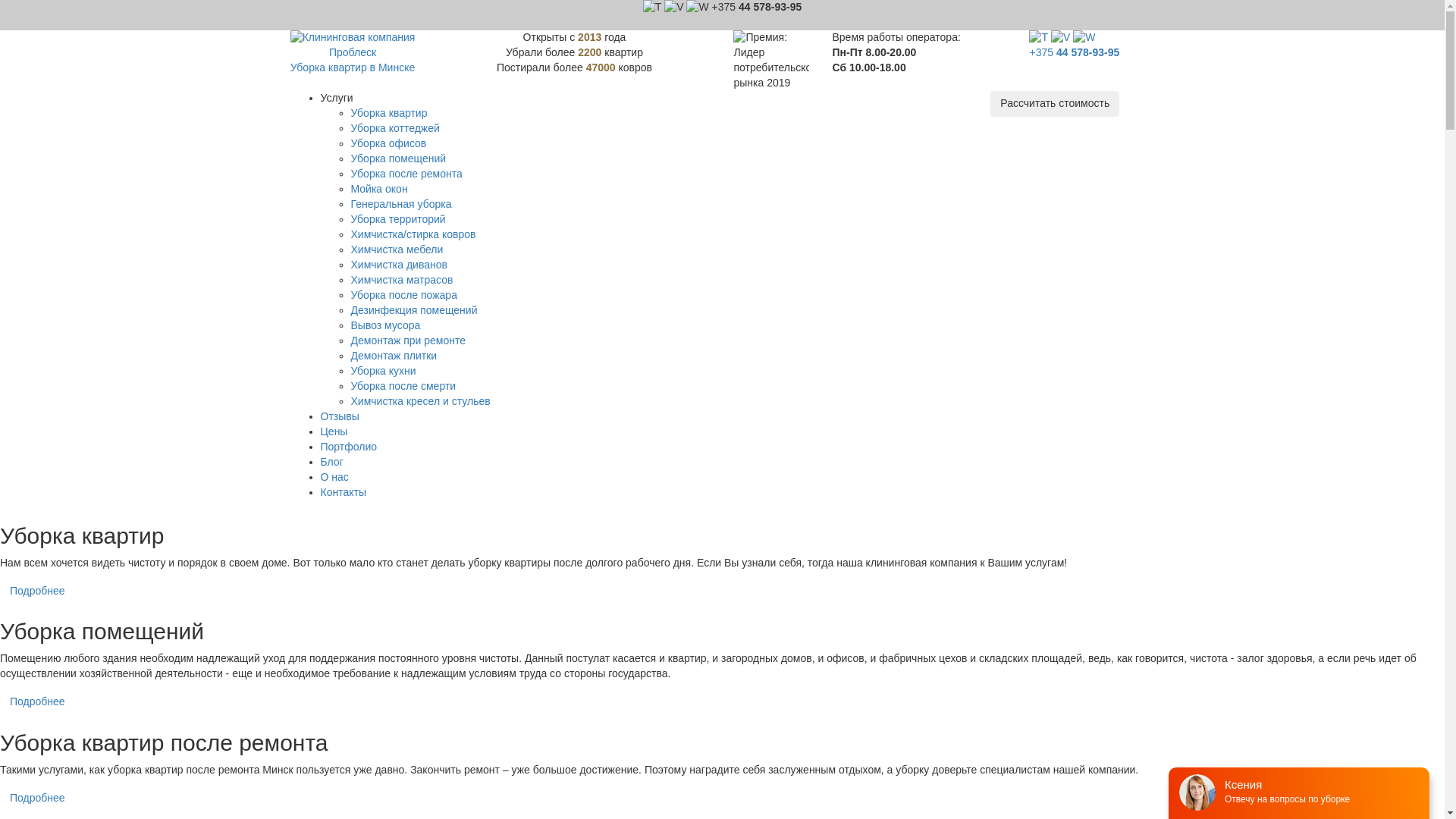  What do you see at coordinates (1029, 52) in the screenshot?
I see `'+375 44 578-93-95'` at bounding box center [1029, 52].